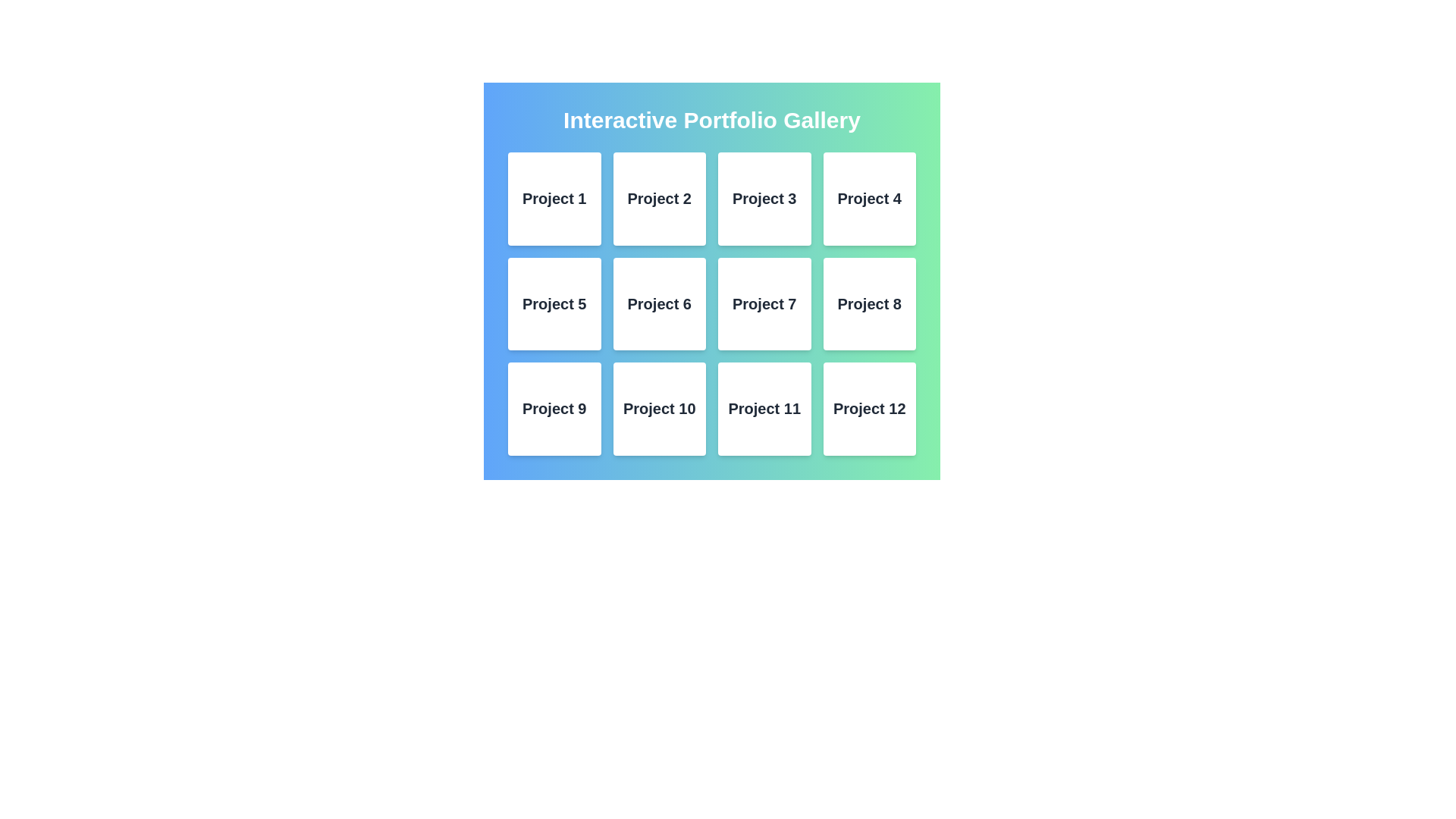 Image resolution: width=1456 pixels, height=819 pixels. Describe the element at coordinates (869, 408) in the screenshot. I see `the 'Project 12' card, which is a square box with a white background and rounded corners located in the bottom-right corner of a 4x3 grid layout` at that location.